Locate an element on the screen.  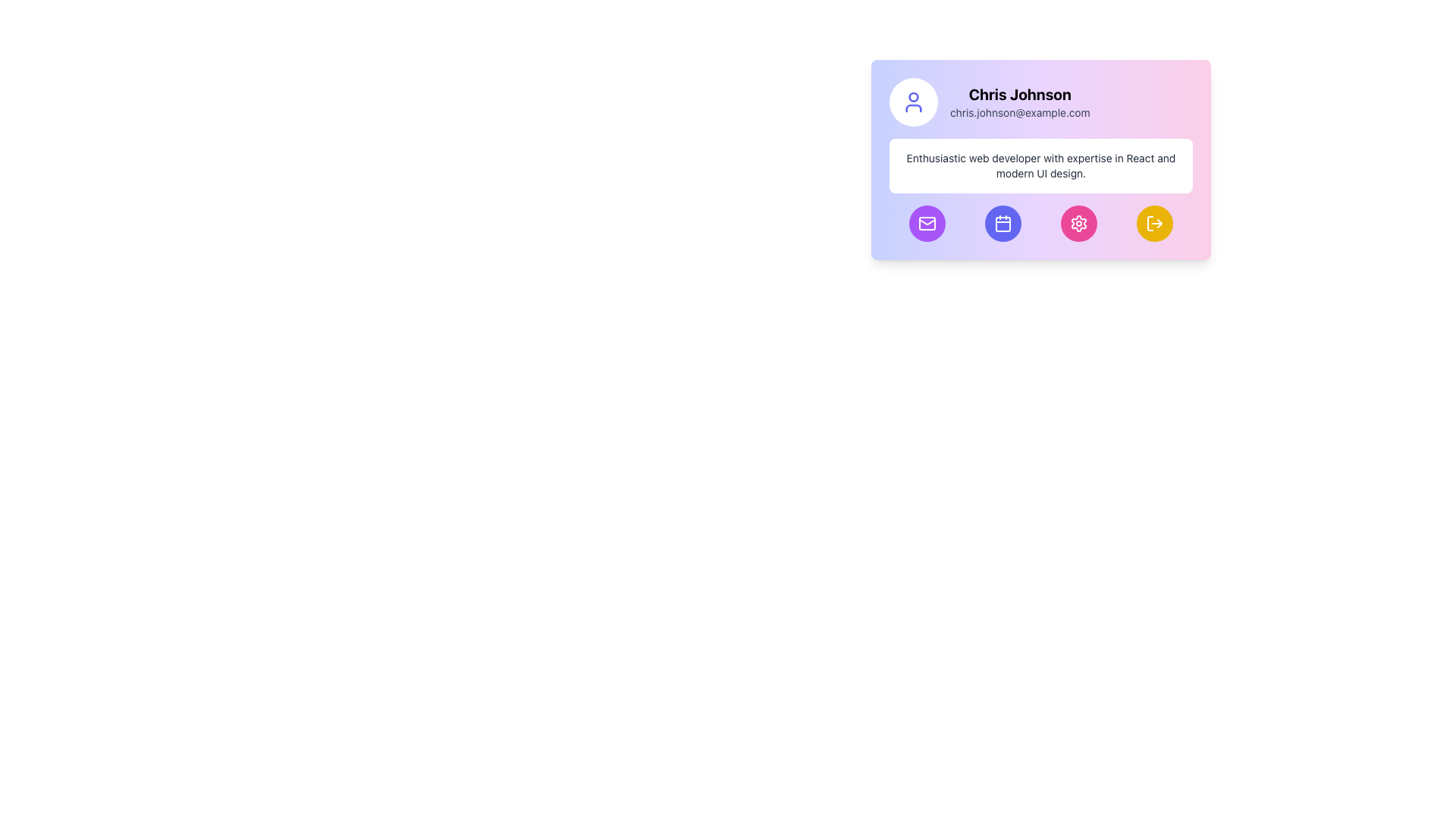
the mail envelope icon, which is the first icon from the left in the bottom row of the user profile card is located at coordinates (927, 223).